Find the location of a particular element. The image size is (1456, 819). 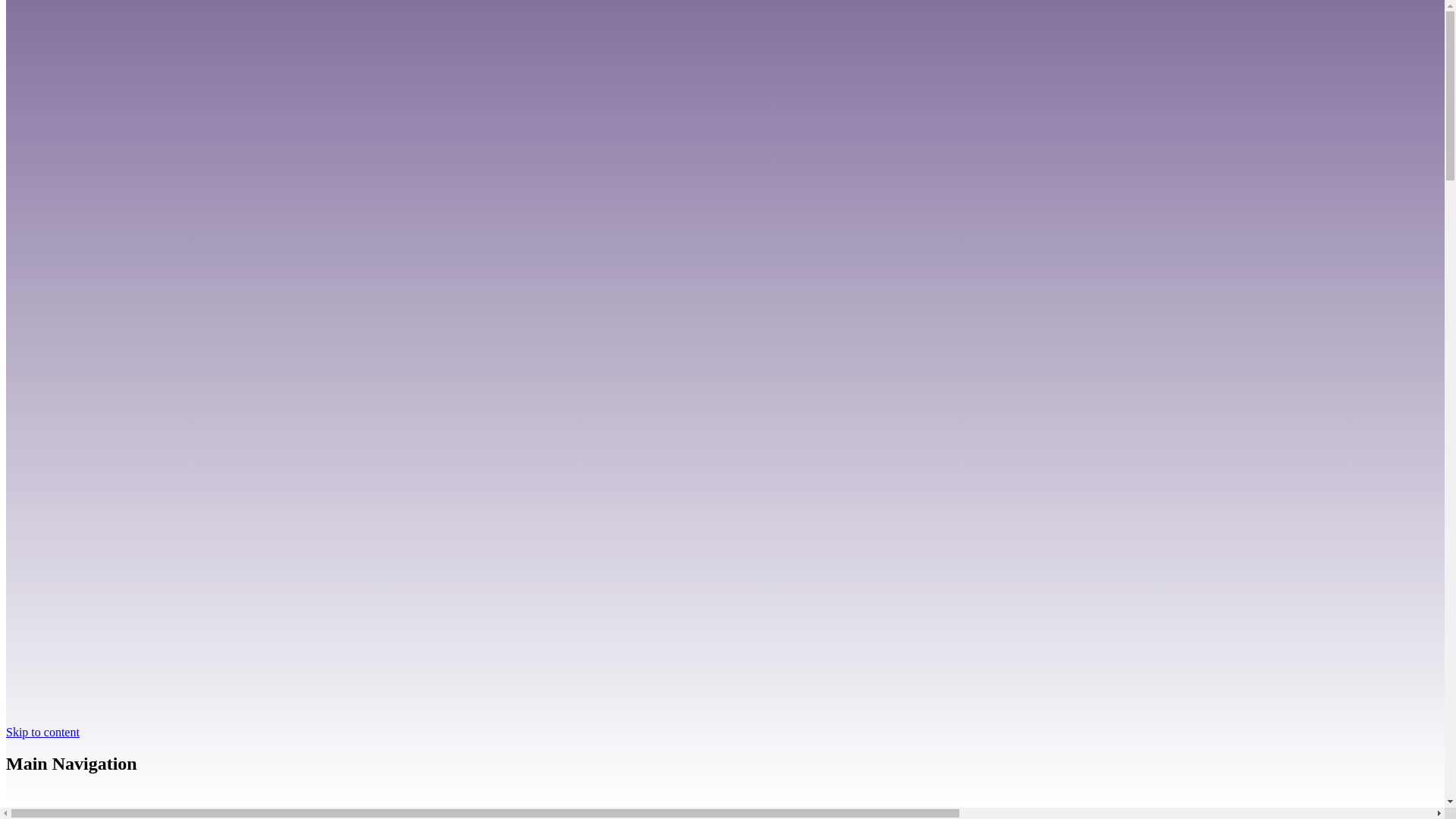

'Skip to content' is located at coordinates (6, 730).